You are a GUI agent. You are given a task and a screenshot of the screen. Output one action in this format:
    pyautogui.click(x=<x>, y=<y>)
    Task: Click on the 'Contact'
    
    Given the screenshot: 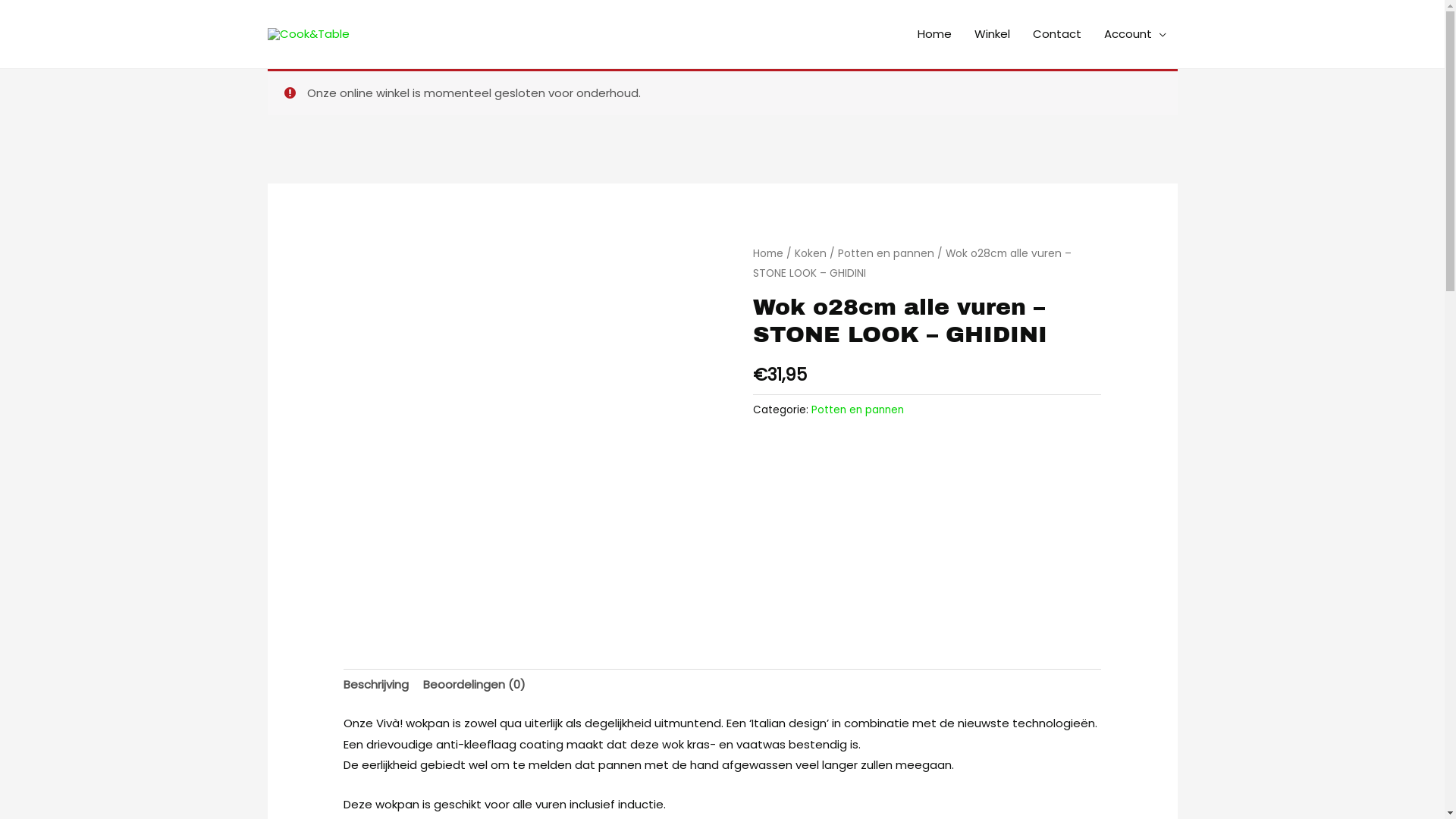 What is the action you would take?
    pyautogui.click(x=1055, y=34)
    